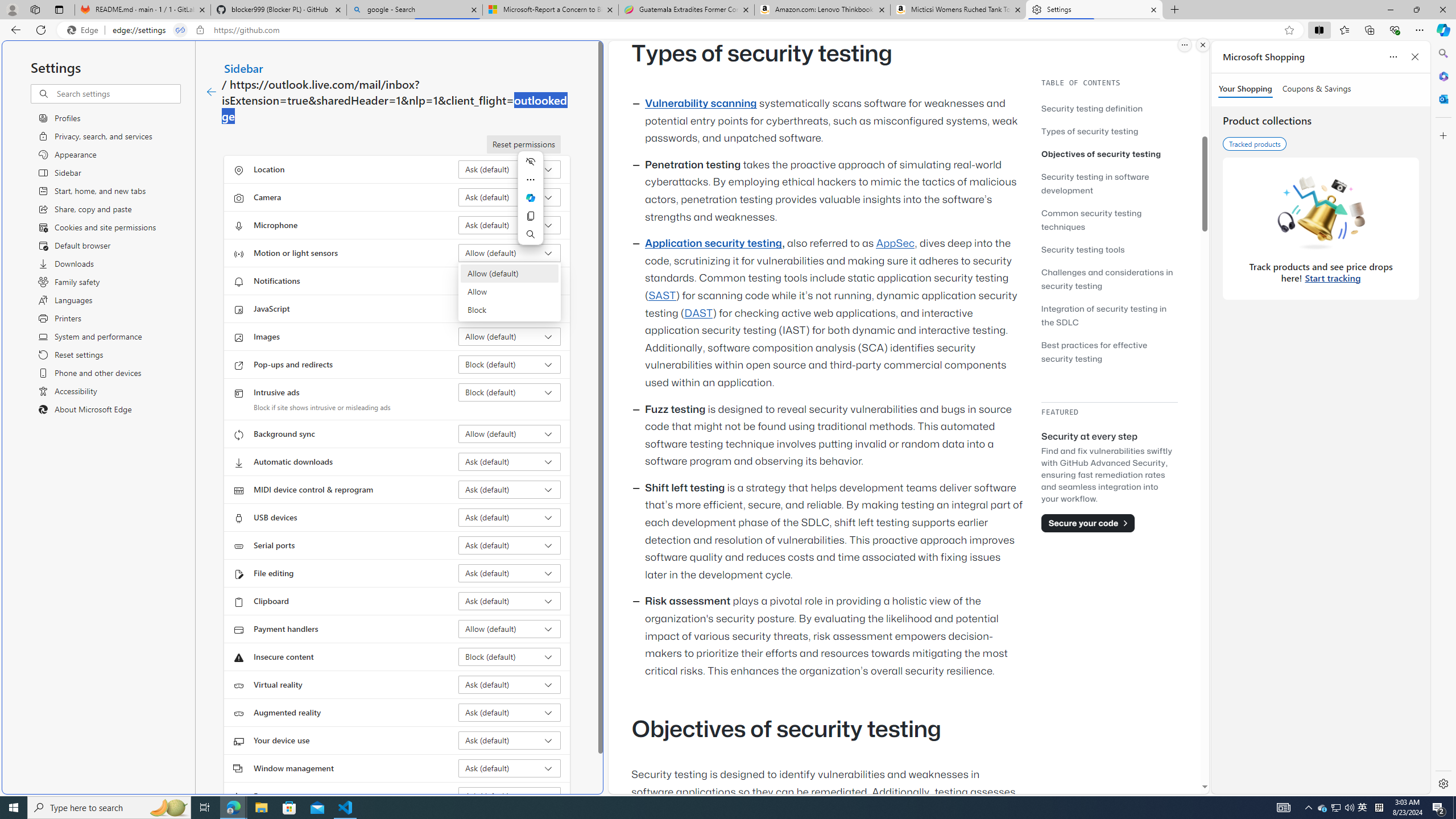 Image resolution: width=1456 pixels, height=819 pixels. What do you see at coordinates (510, 433) in the screenshot?
I see `'Background sync Allow (default)'` at bounding box center [510, 433].